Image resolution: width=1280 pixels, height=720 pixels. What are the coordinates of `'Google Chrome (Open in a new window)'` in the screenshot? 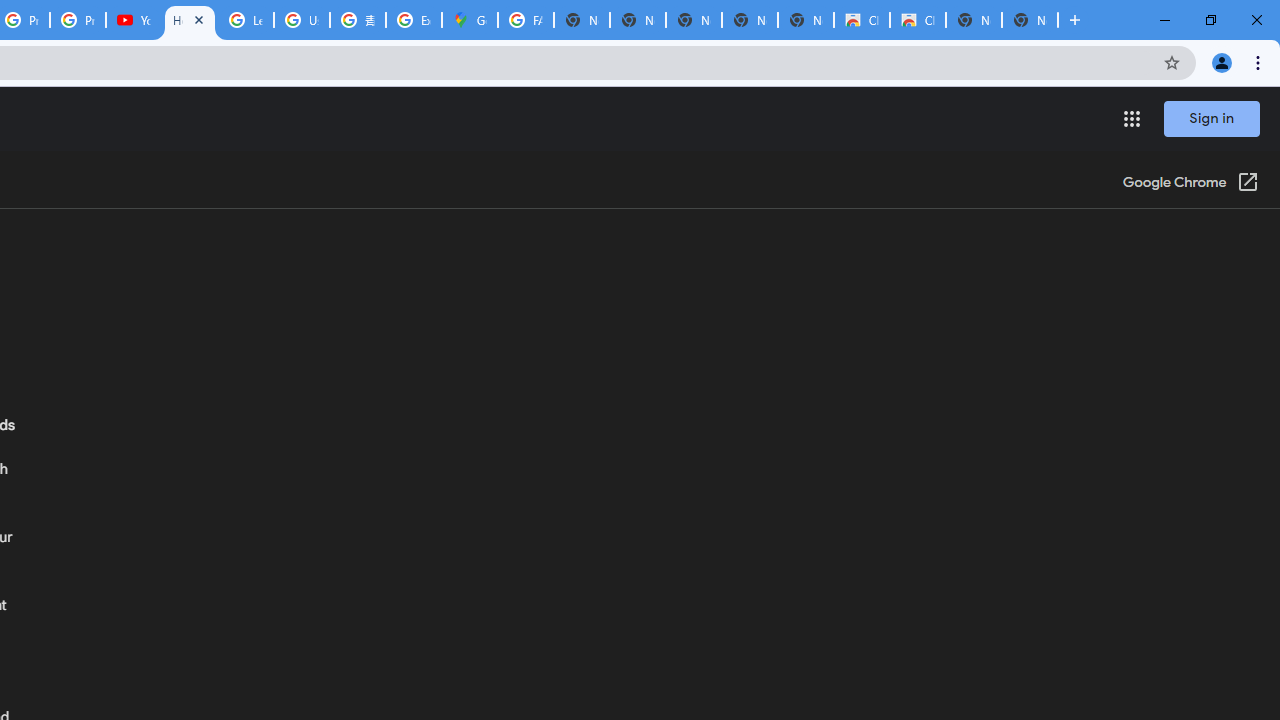 It's located at (1191, 183).